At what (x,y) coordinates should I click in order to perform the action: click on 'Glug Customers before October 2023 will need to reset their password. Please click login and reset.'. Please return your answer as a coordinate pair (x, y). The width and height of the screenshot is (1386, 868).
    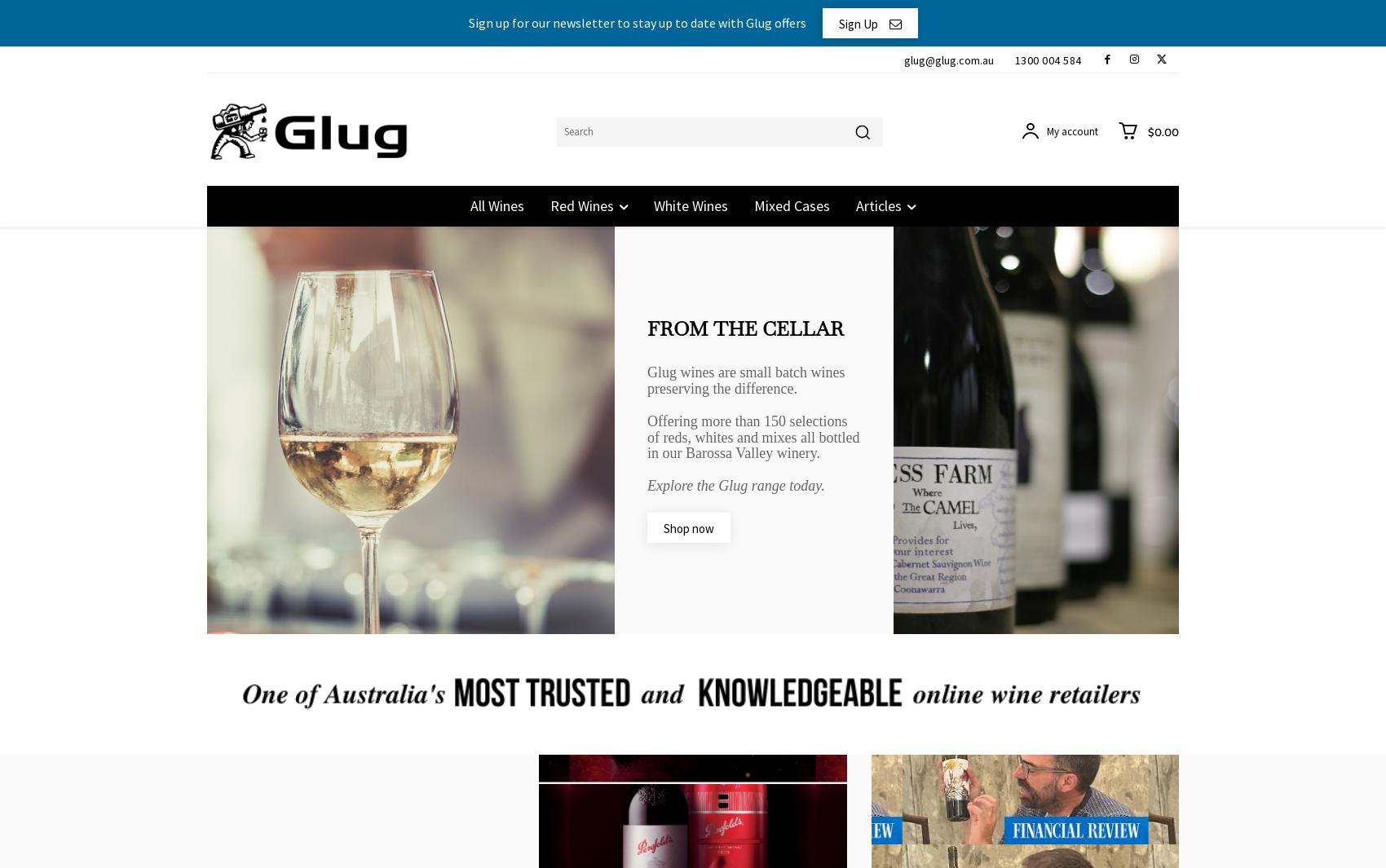
    Looking at the image, I should click on (1101, 190).